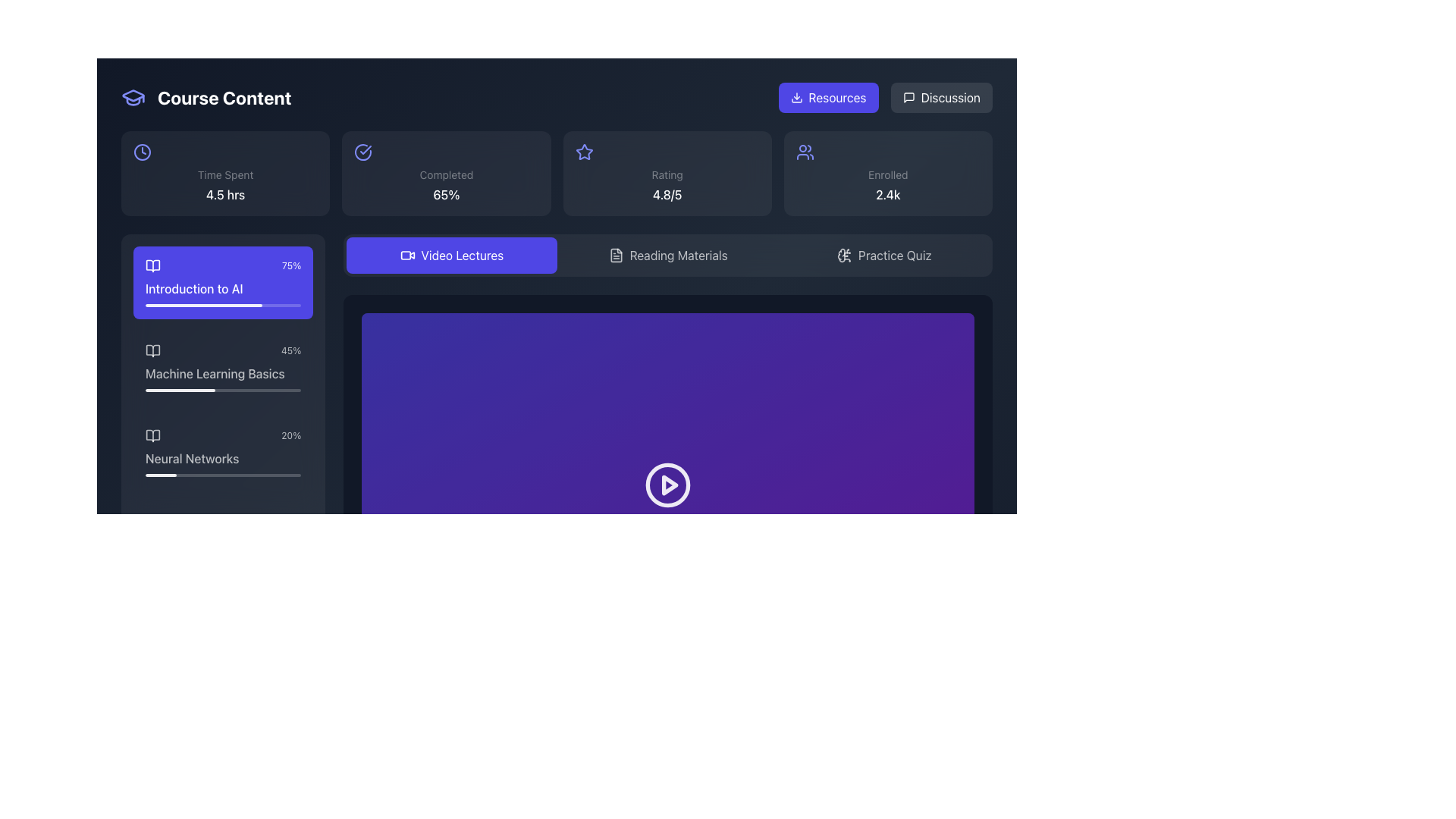 The width and height of the screenshot is (1456, 819). I want to click on the central circle of the clock icon located in the 'Time Spent 4.5 hrs' section, so click(142, 152).